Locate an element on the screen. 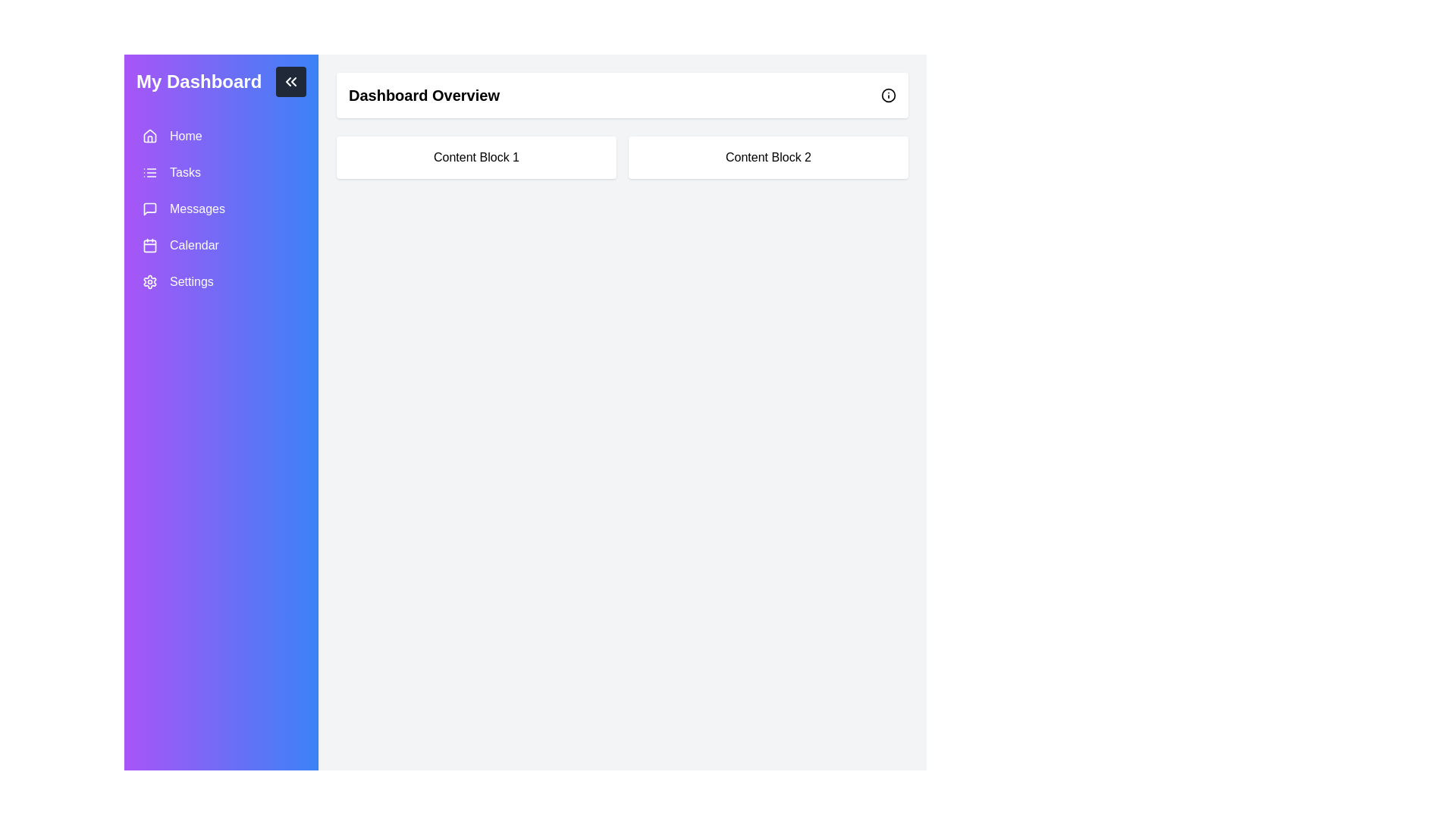  the 'Messages' icon, which is a square speech bubble with a tail located in the left vertical navigation menu between 'Tasks' and 'Calendar' is located at coordinates (149, 209).